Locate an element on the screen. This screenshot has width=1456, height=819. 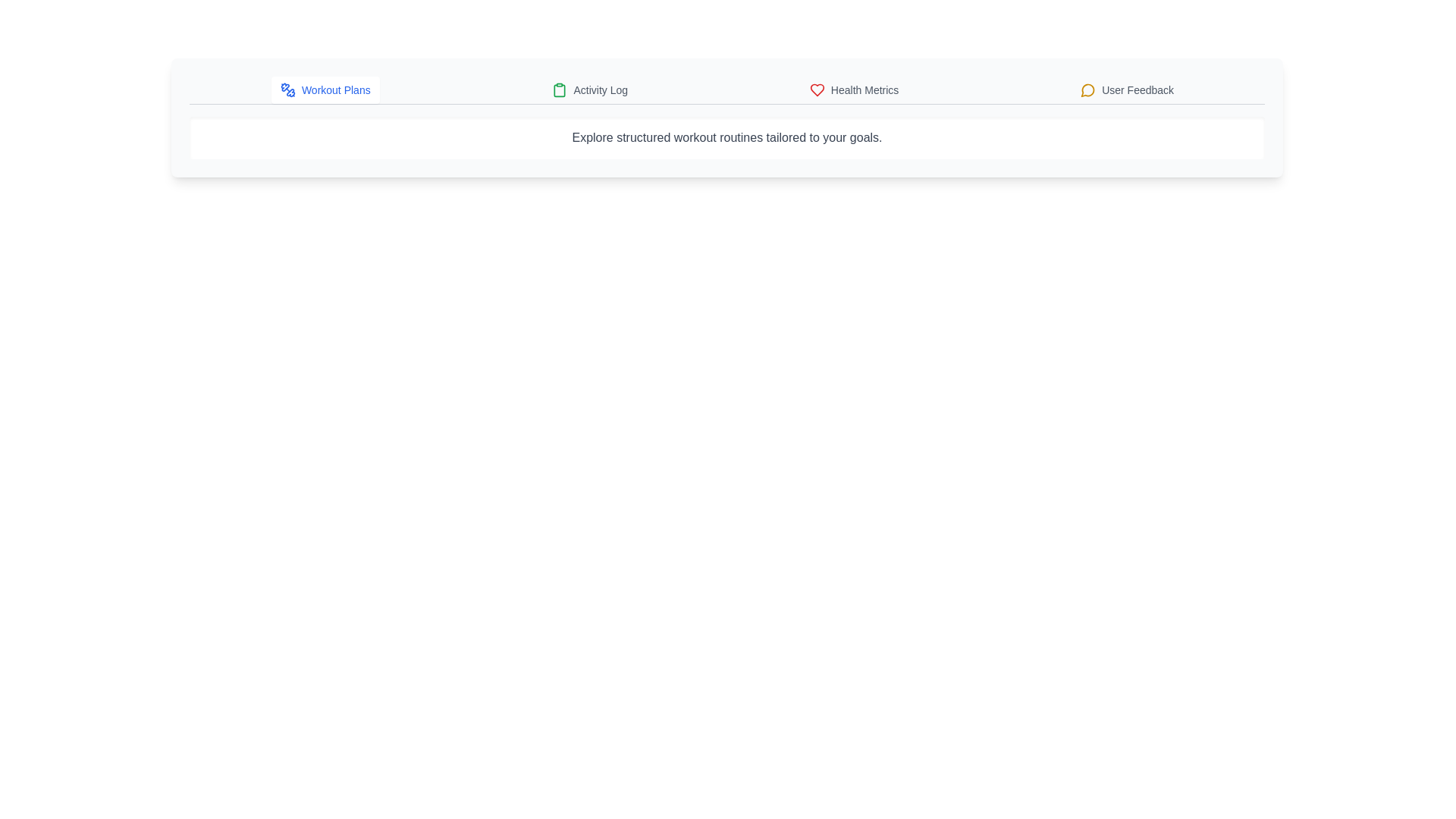
the icons and labels of the Navigation menu which includes 'Workout Plans,' 'Activity Log,' 'Health Metrics,' and 'User Feedback.' is located at coordinates (726, 90).